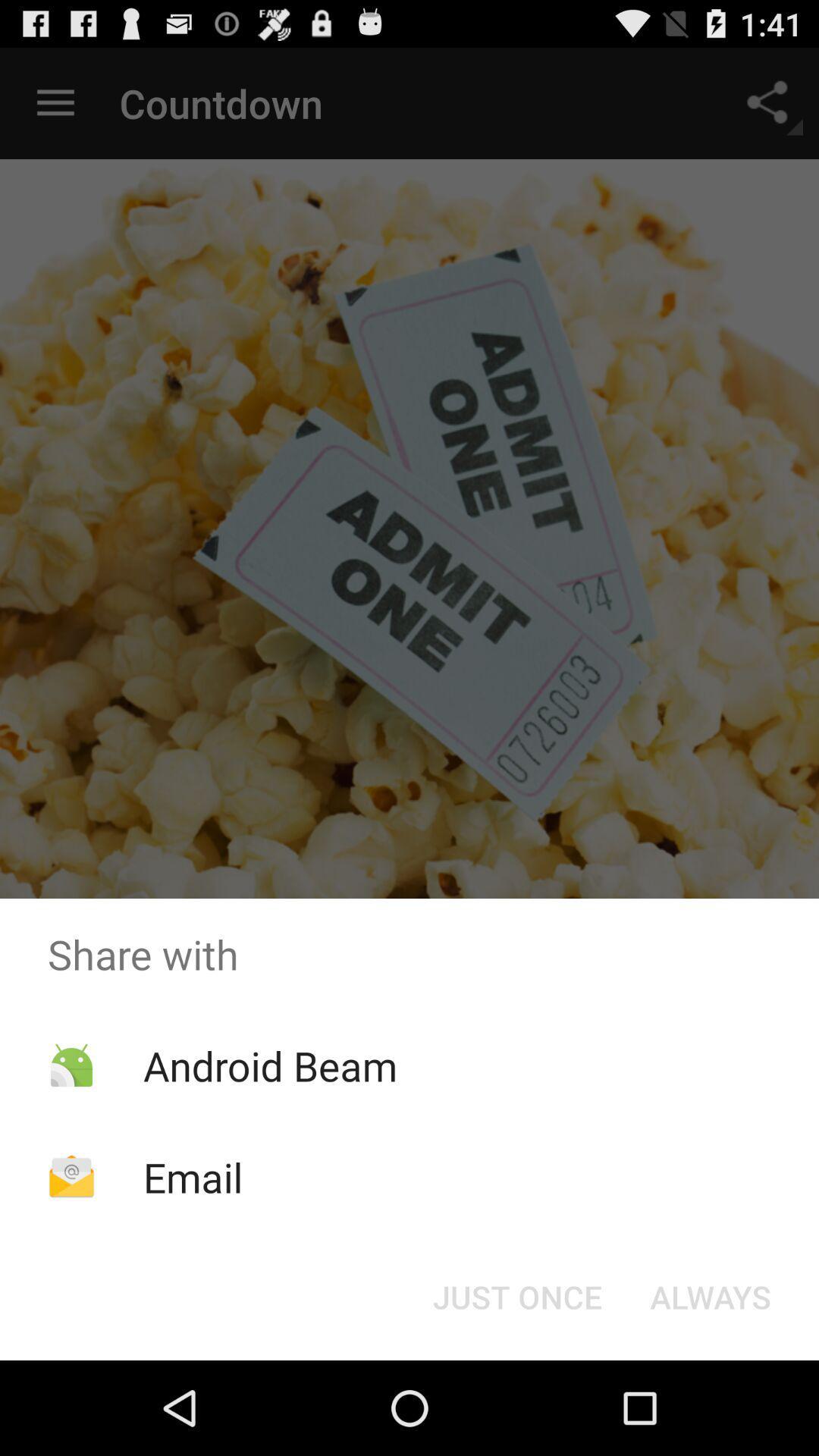 The image size is (819, 1456). Describe the element at coordinates (516, 1295) in the screenshot. I see `just once icon` at that location.